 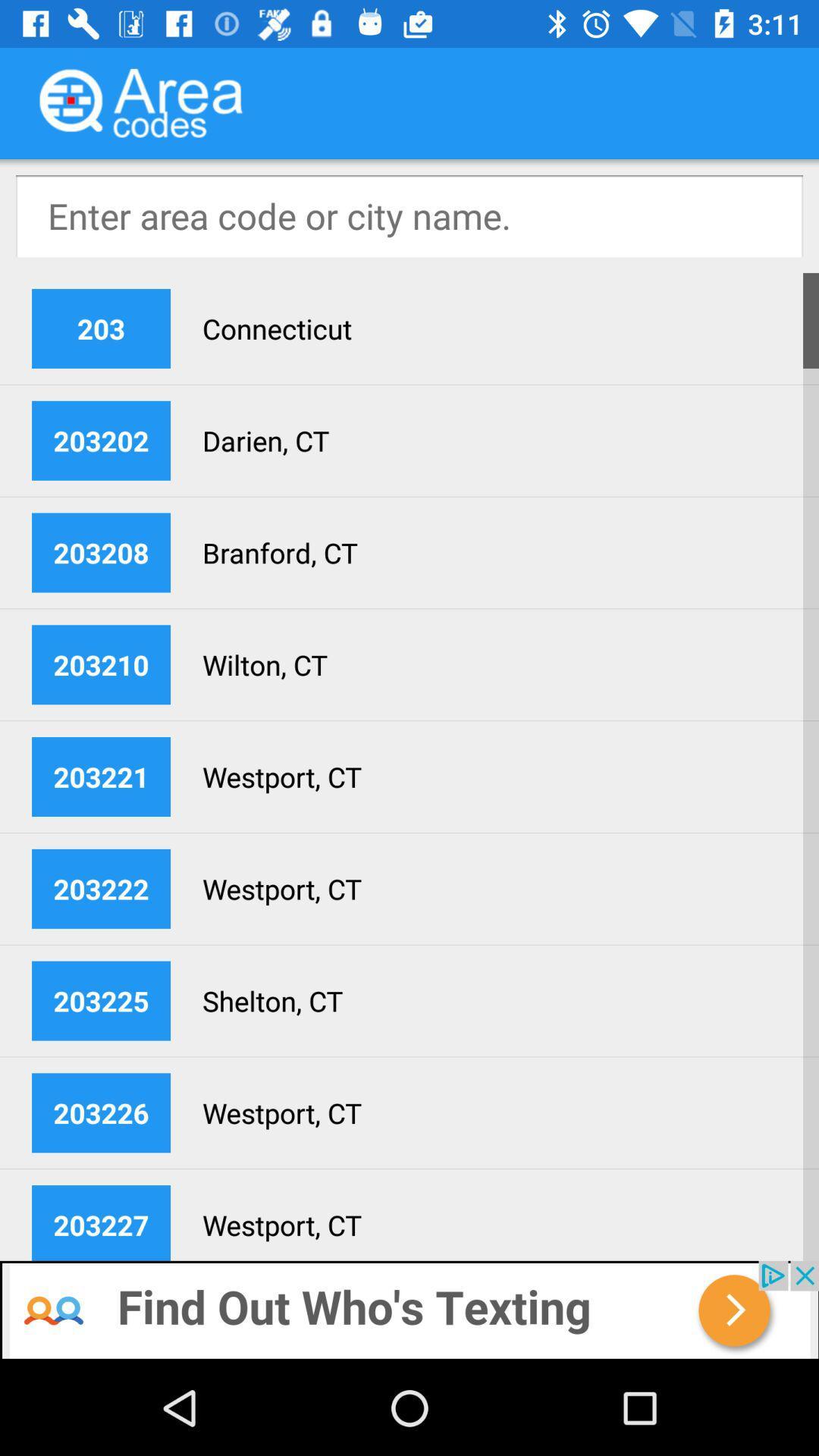 I want to click on textbox to enter area code, so click(x=409, y=215).